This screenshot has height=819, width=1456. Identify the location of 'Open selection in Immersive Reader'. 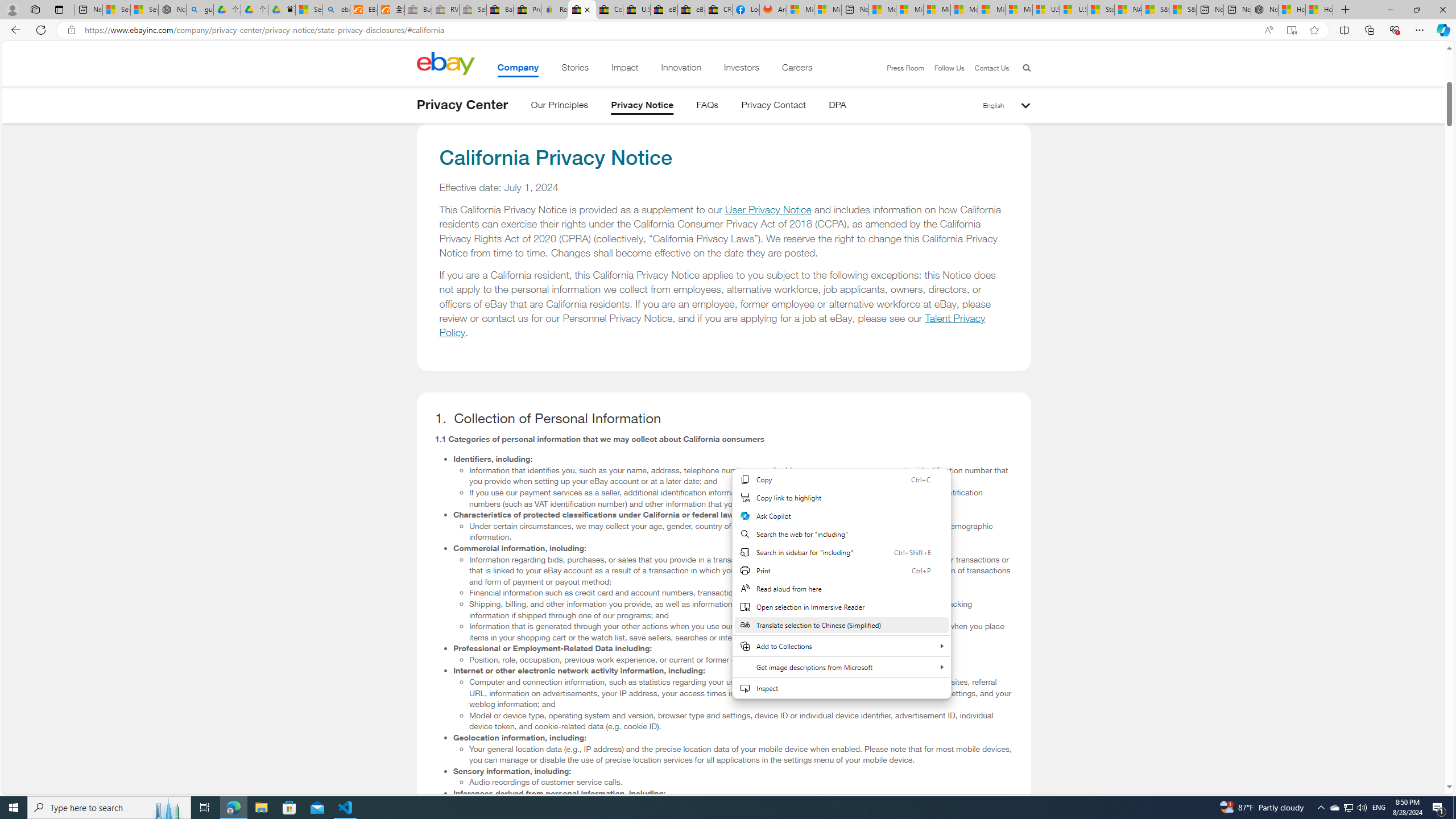
(841, 606).